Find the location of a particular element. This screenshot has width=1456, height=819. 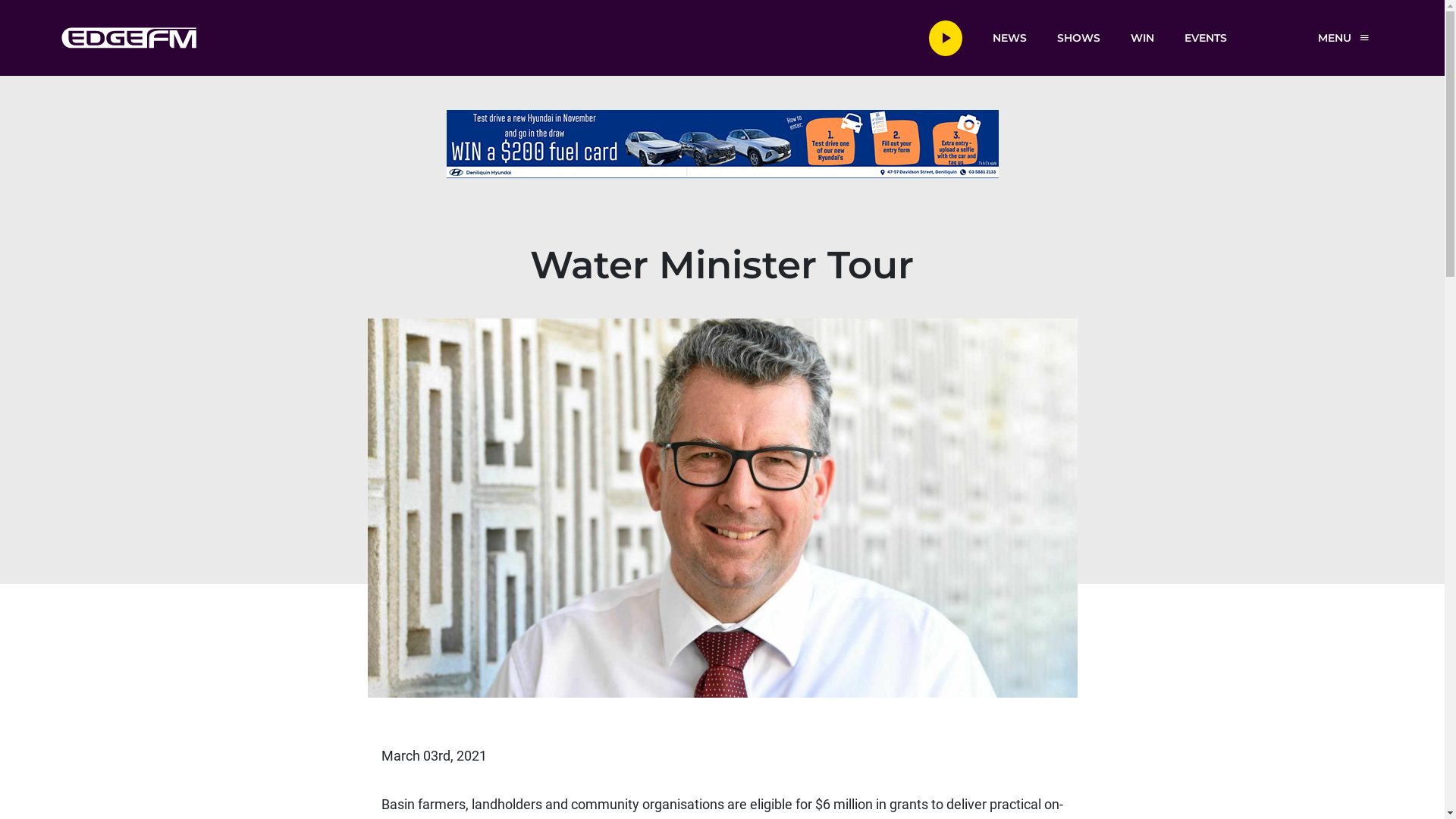

'NEWS' is located at coordinates (1009, 36).